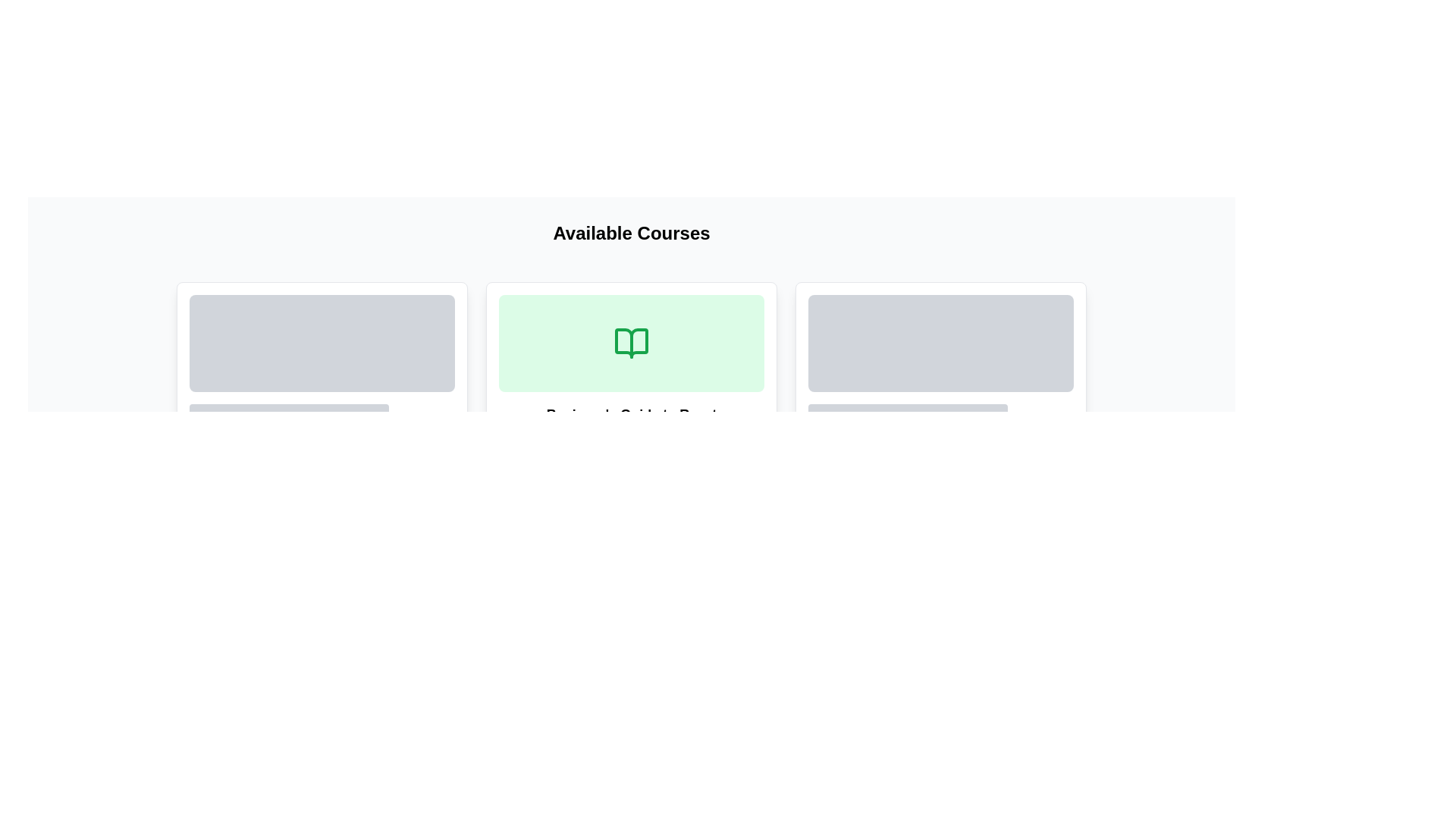 Image resolution: width=1456 pixels, height=819 pixels. Describe the element at coordinates (940, 390) in the screenshot. I see `the third card in the bottom-right position of the grid layout that displays related content, including an image, title, and description` at that location.